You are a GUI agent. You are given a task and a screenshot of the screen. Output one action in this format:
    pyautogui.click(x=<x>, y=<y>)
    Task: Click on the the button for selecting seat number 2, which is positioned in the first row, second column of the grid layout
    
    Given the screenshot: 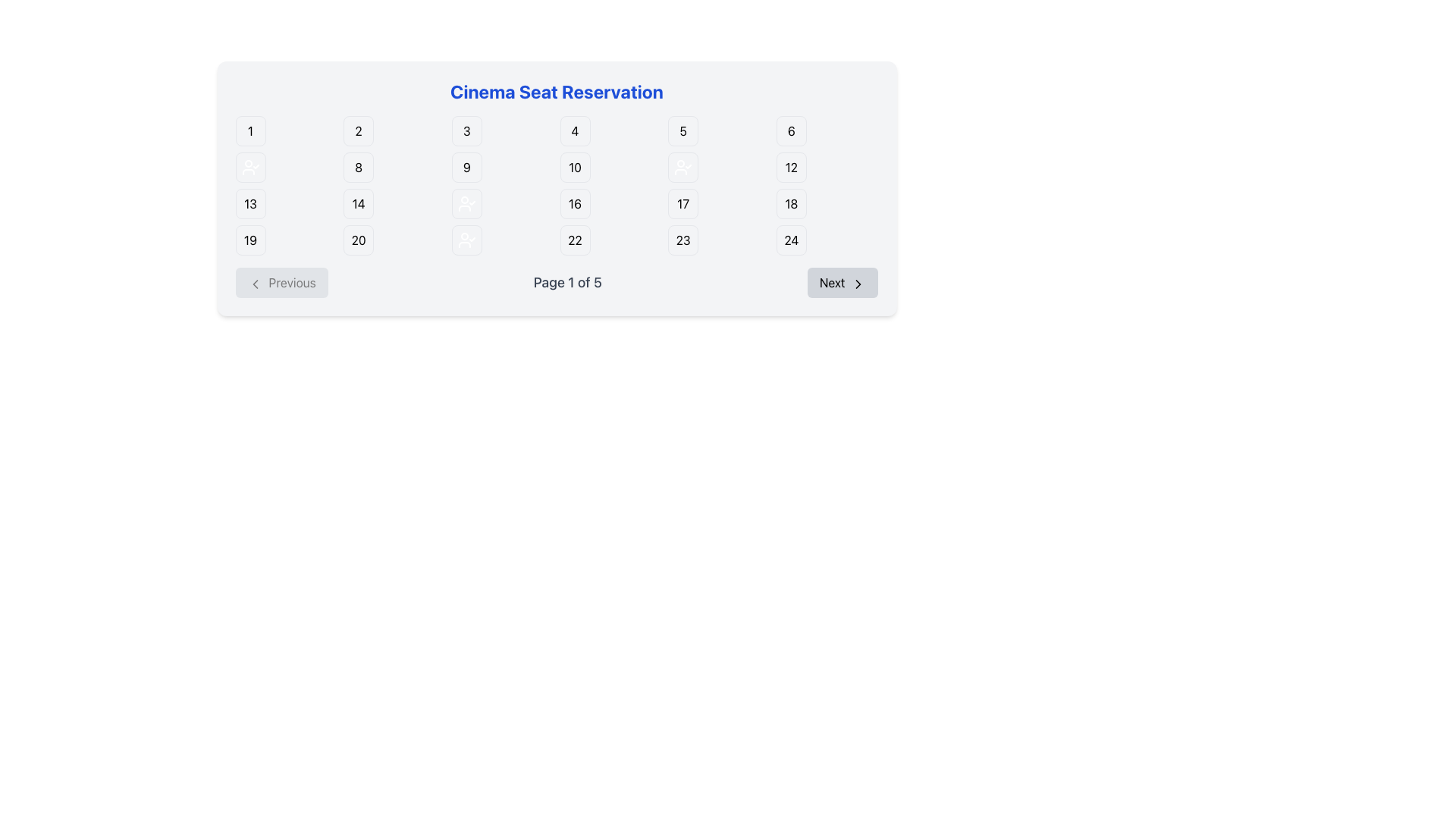 What is the action you would take?
    pyautogui.click(x=358, y=130)
    